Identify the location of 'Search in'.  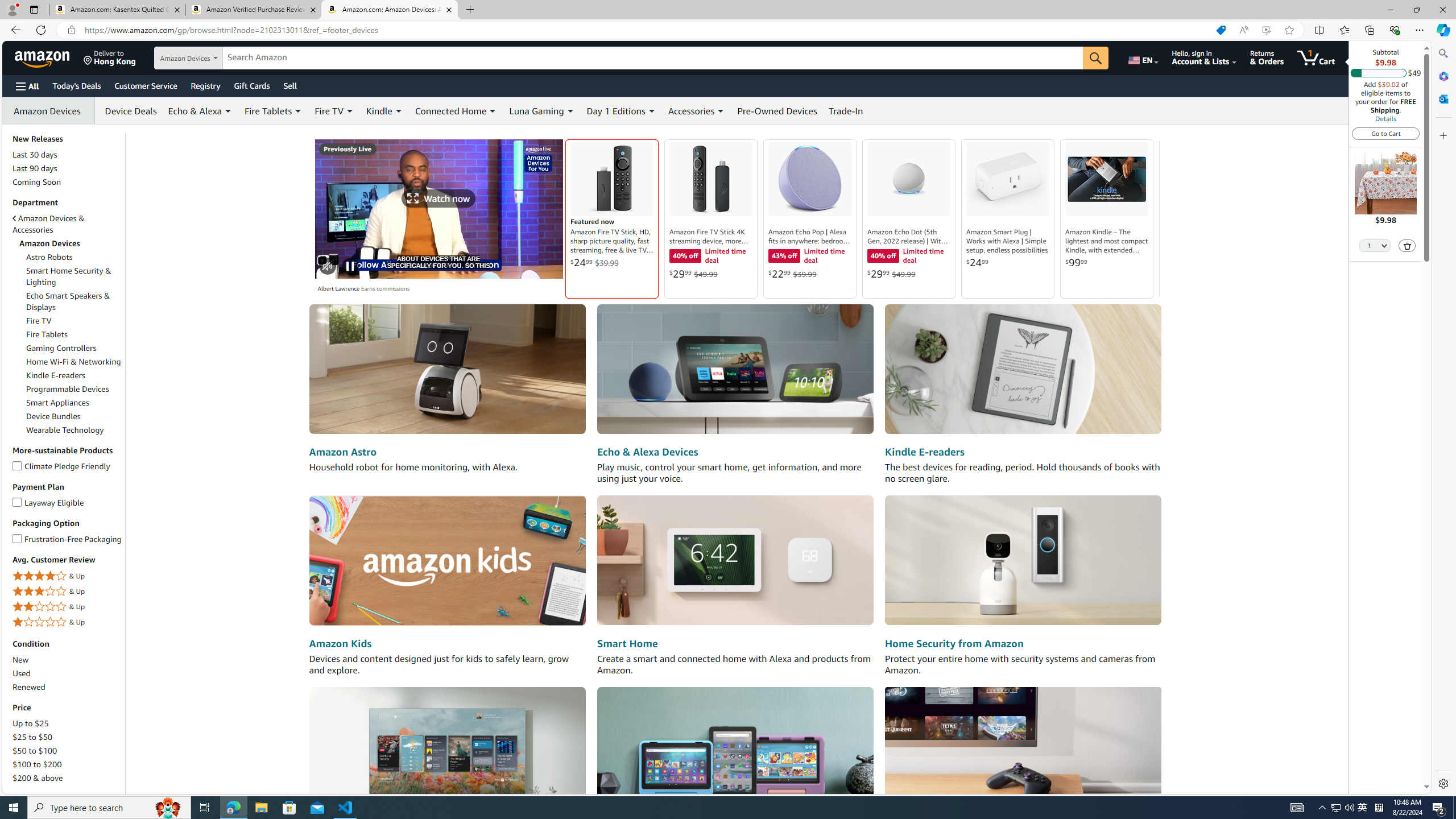
(210, 58).